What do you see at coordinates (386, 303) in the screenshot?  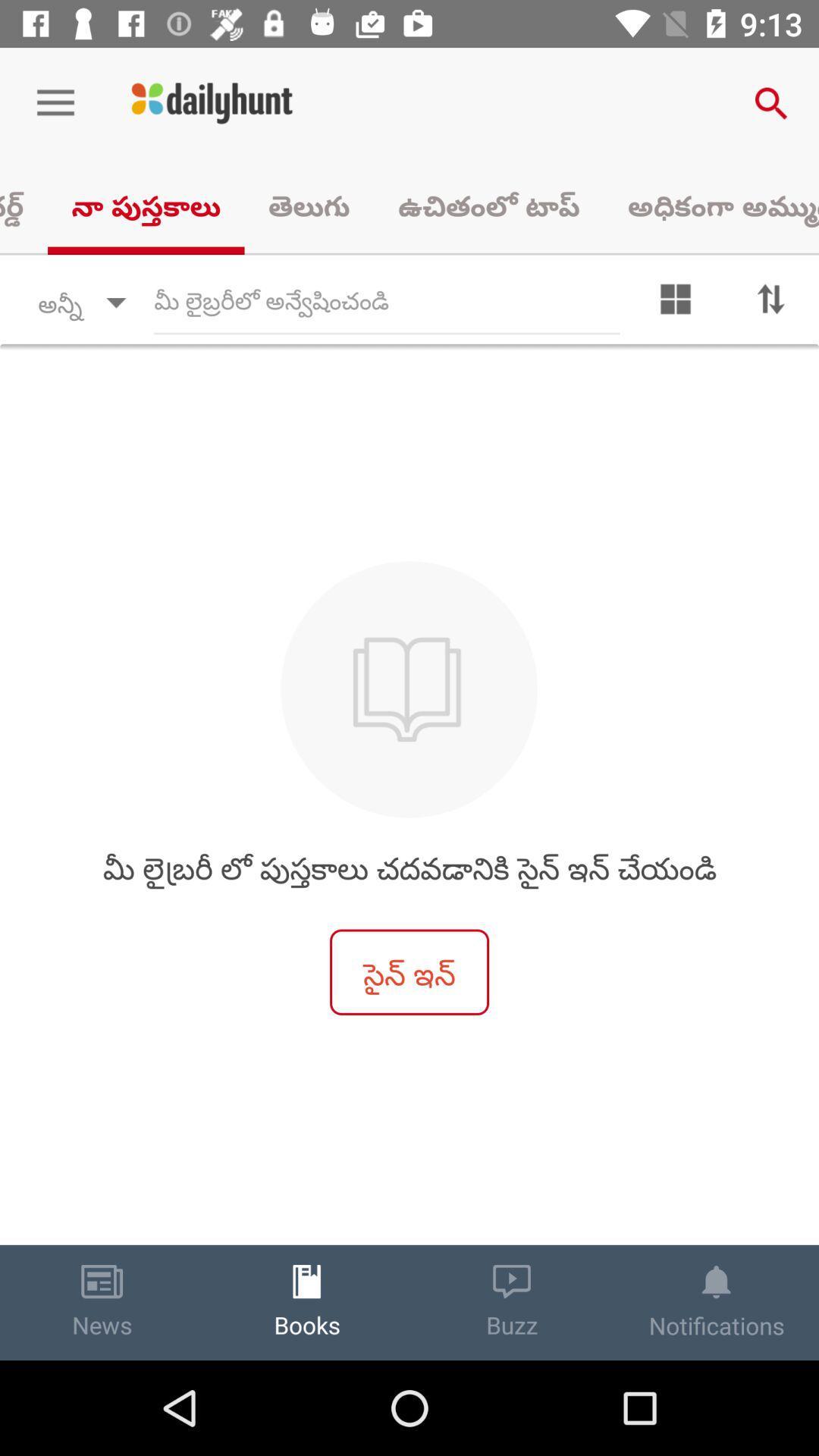 I see `text field` at bounding box center [386, 303].